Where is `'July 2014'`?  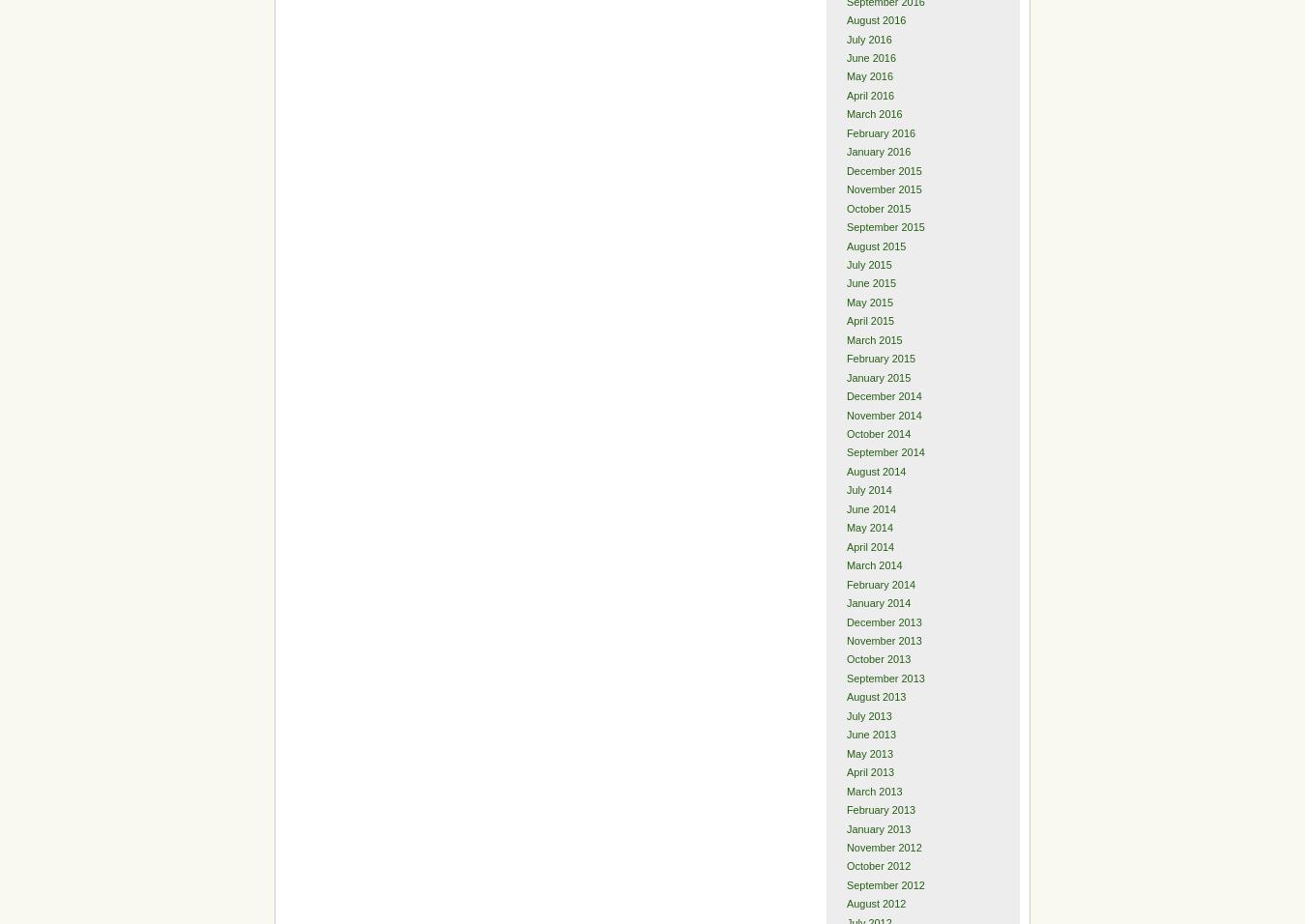 'July 2014' is located at coordinates (845, 488).